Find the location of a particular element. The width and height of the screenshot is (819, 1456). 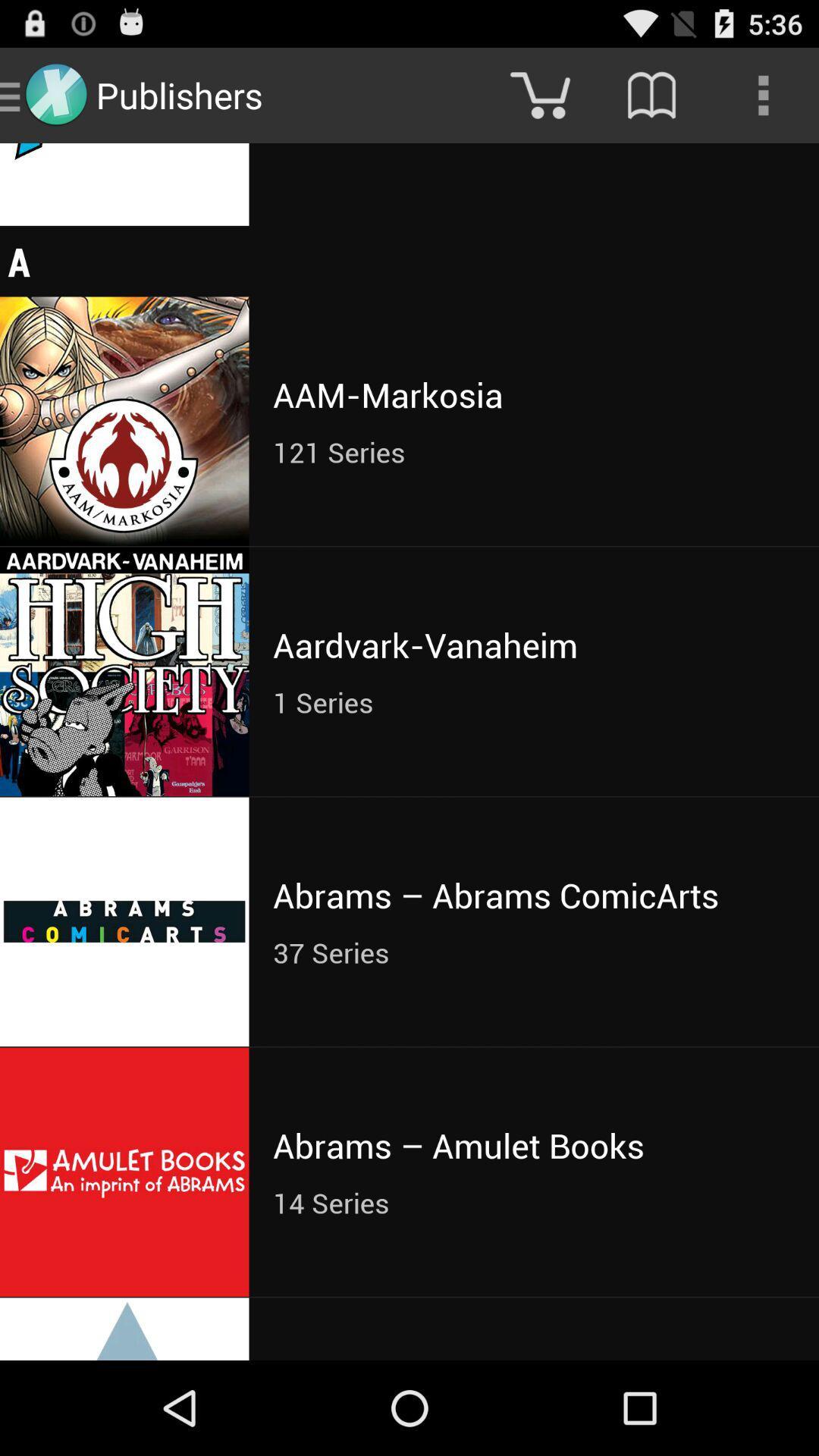

the item below the aam-markosia is located at coordinates (533, 451).